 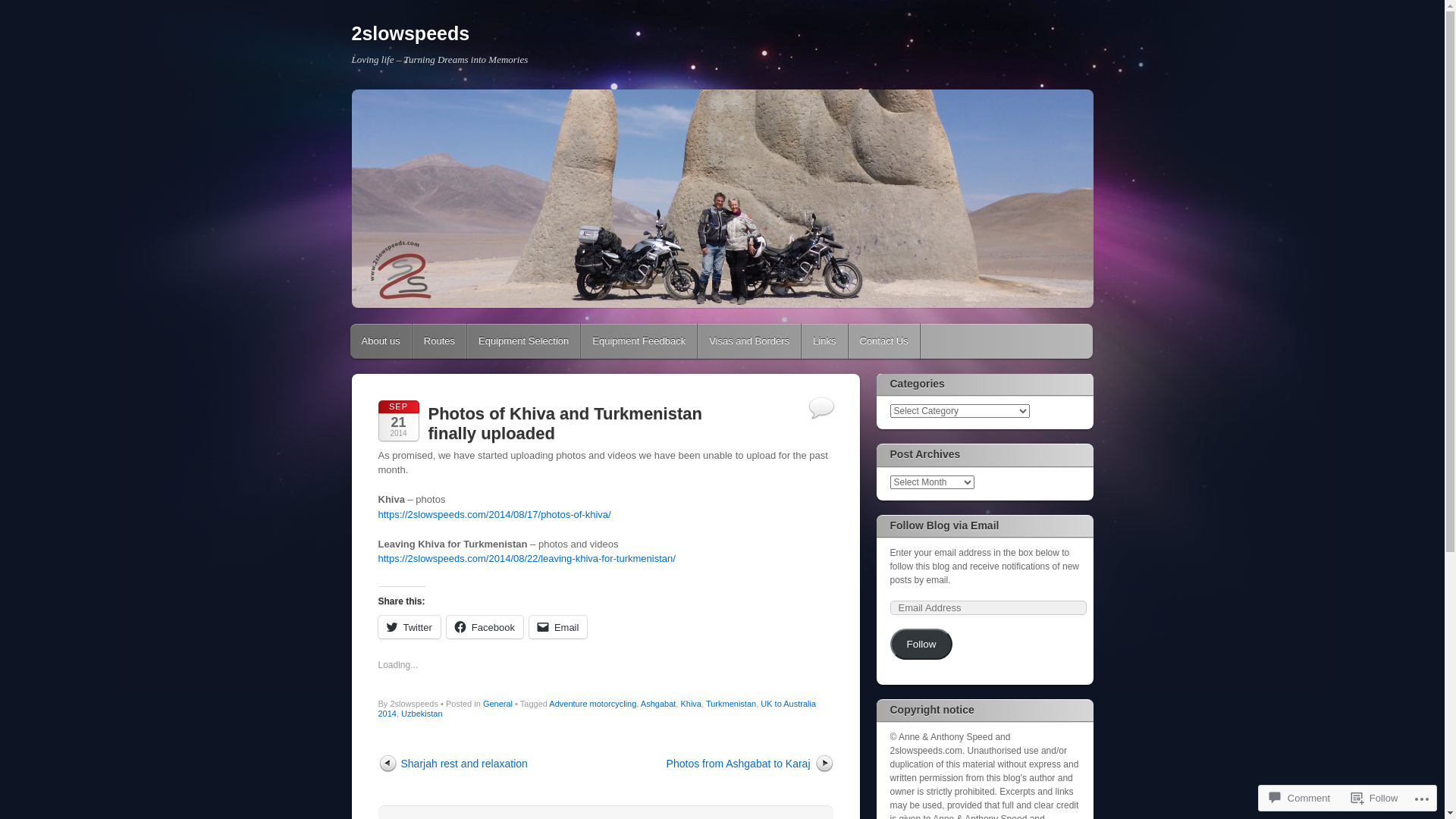 What do you see at coordinates (400, 714) in the screenshot?
I see `'Uzbekistan'` at bounding box center [400, 714].